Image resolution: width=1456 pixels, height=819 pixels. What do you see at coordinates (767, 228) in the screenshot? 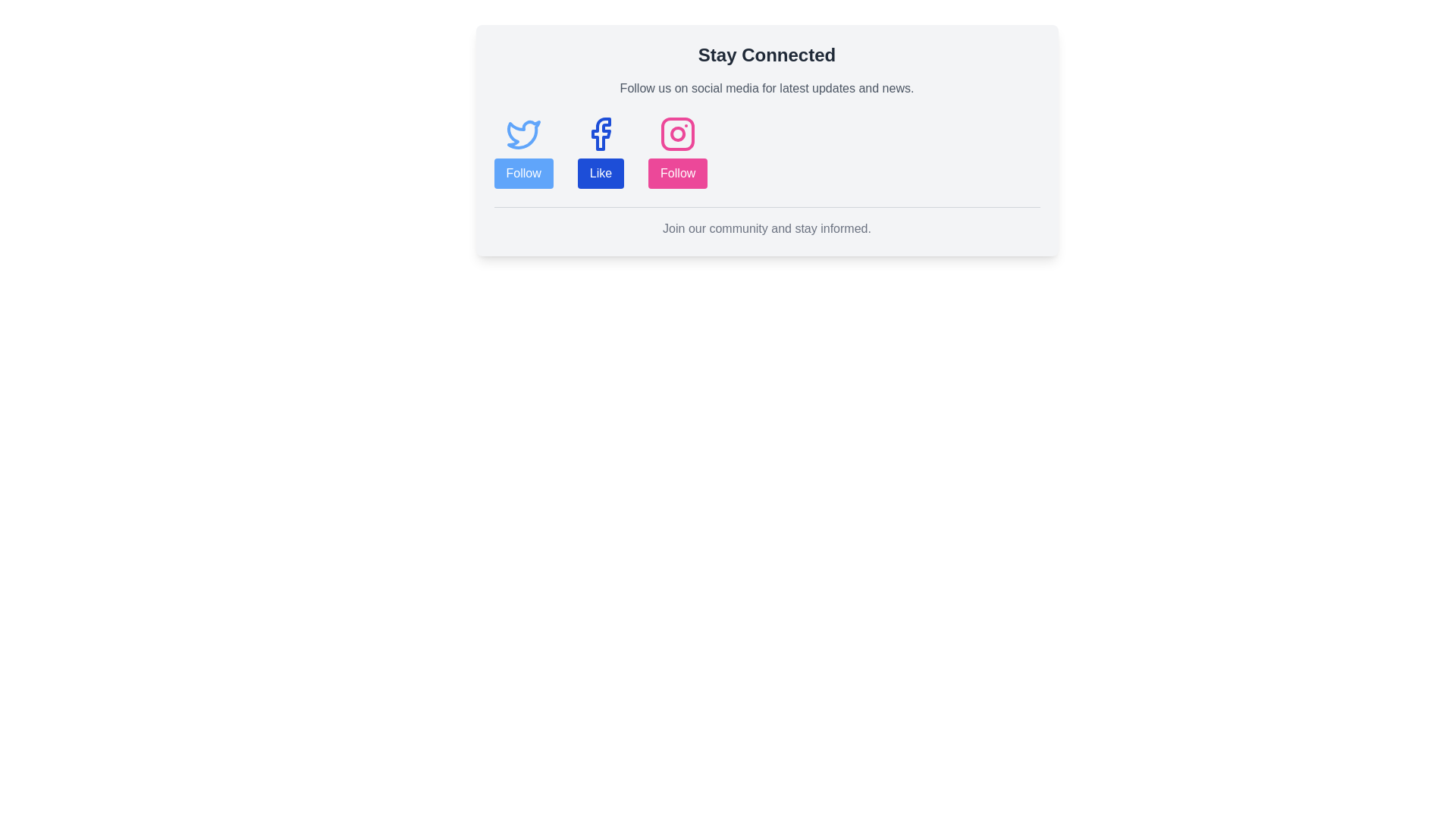
I see `the informational text encouraging users to become part of a community, located at the bottom of the 'Stay Connected' section, directly underneath the horizontal line separating it from the social media buttons` at bounding box center [767, 228].